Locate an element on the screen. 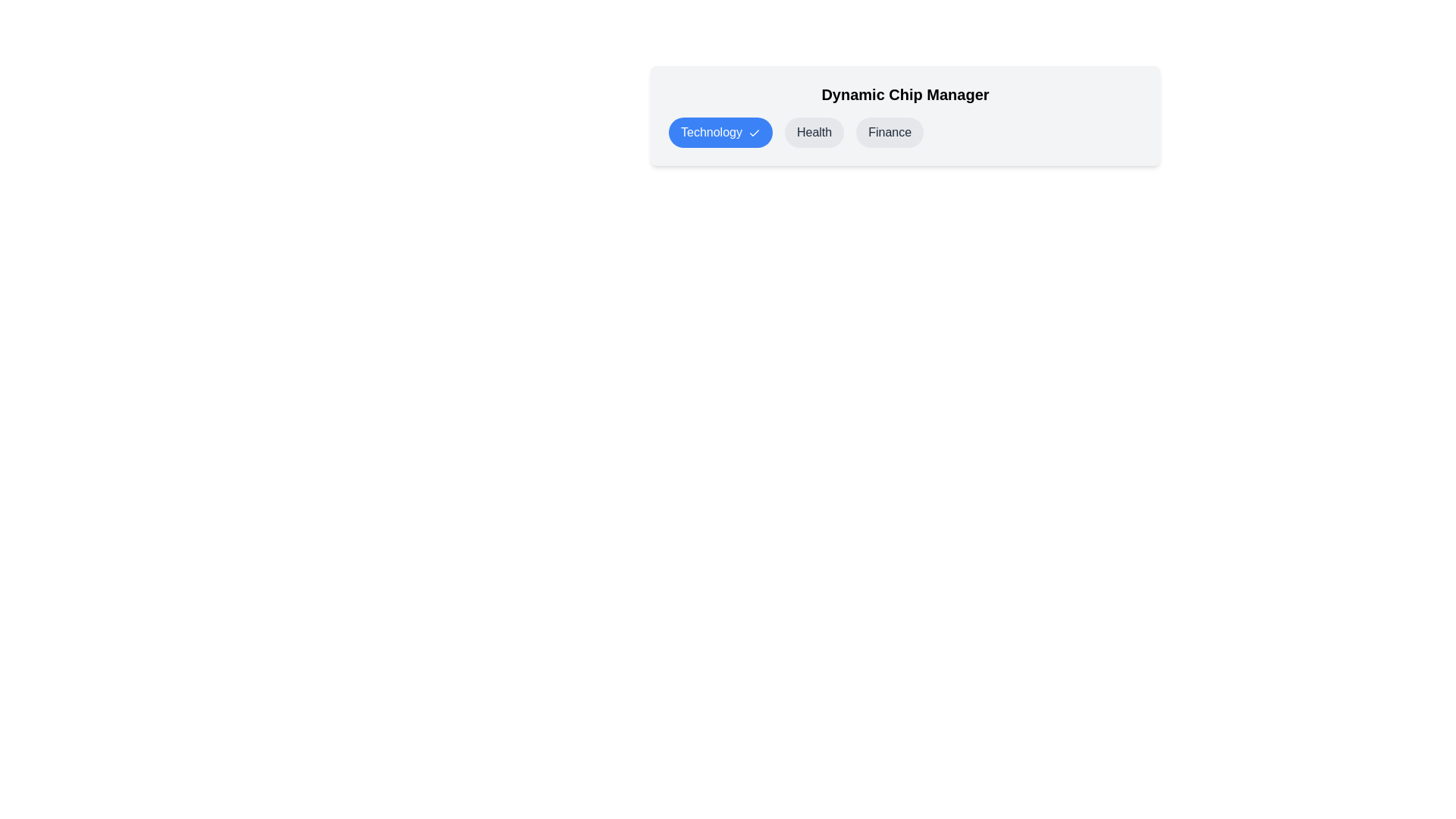 The width and height of the screenshot is (1456, 819). the chip labeled Health to toggle its state is located at coordinates (814, 131).